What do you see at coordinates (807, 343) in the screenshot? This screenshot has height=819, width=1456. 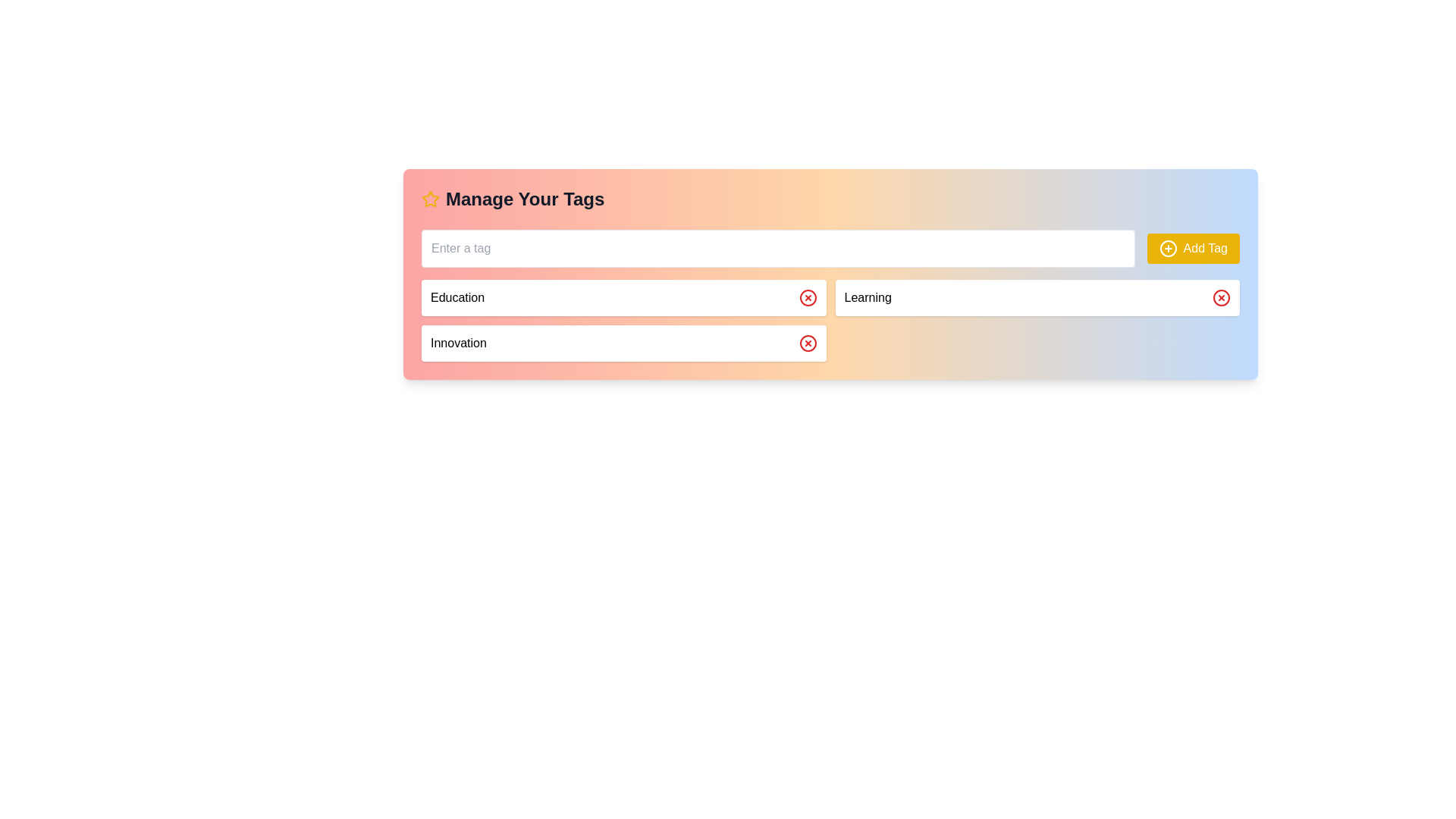 I see `the 'remove' icon button located in the top-right corner of the input field within the 'Manage Your Tags' form` at bounding box center [807, 343].